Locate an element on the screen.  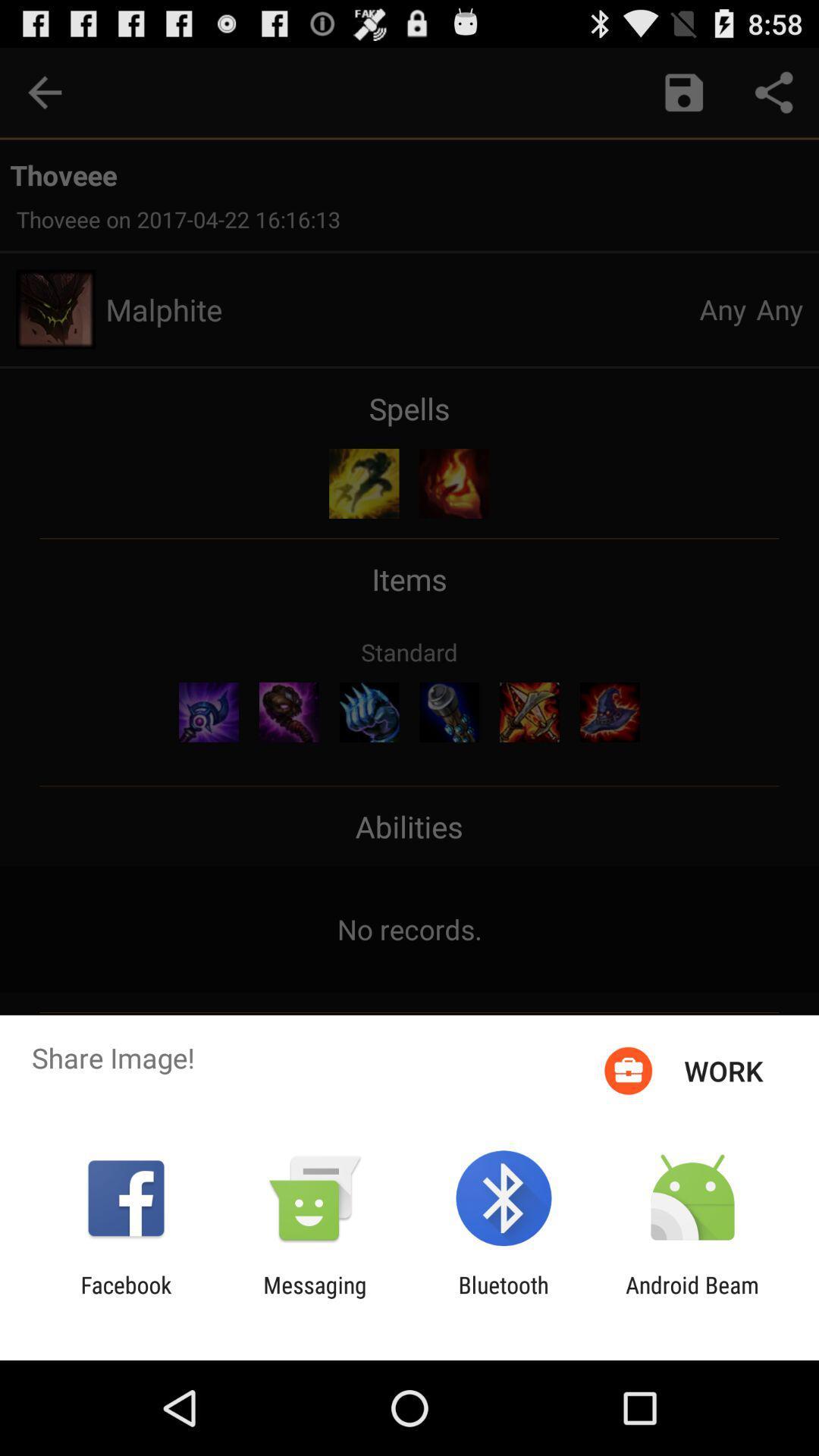
the app to the right of facebook is located at coordinates (314, 1298).